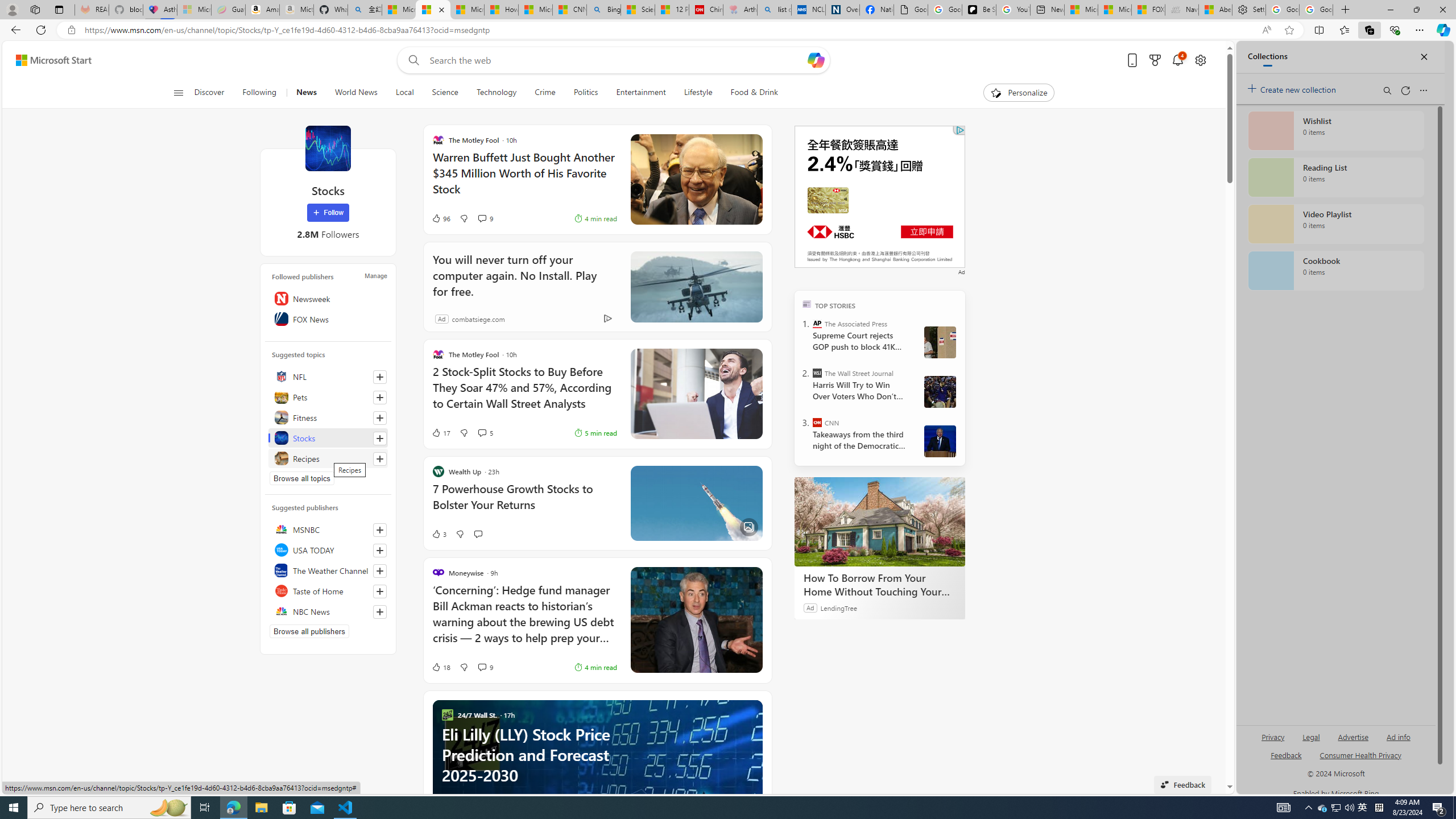 The height and width of the screenshot is (819, 1456). I want to click on 'Stocks', so click(328, 148).